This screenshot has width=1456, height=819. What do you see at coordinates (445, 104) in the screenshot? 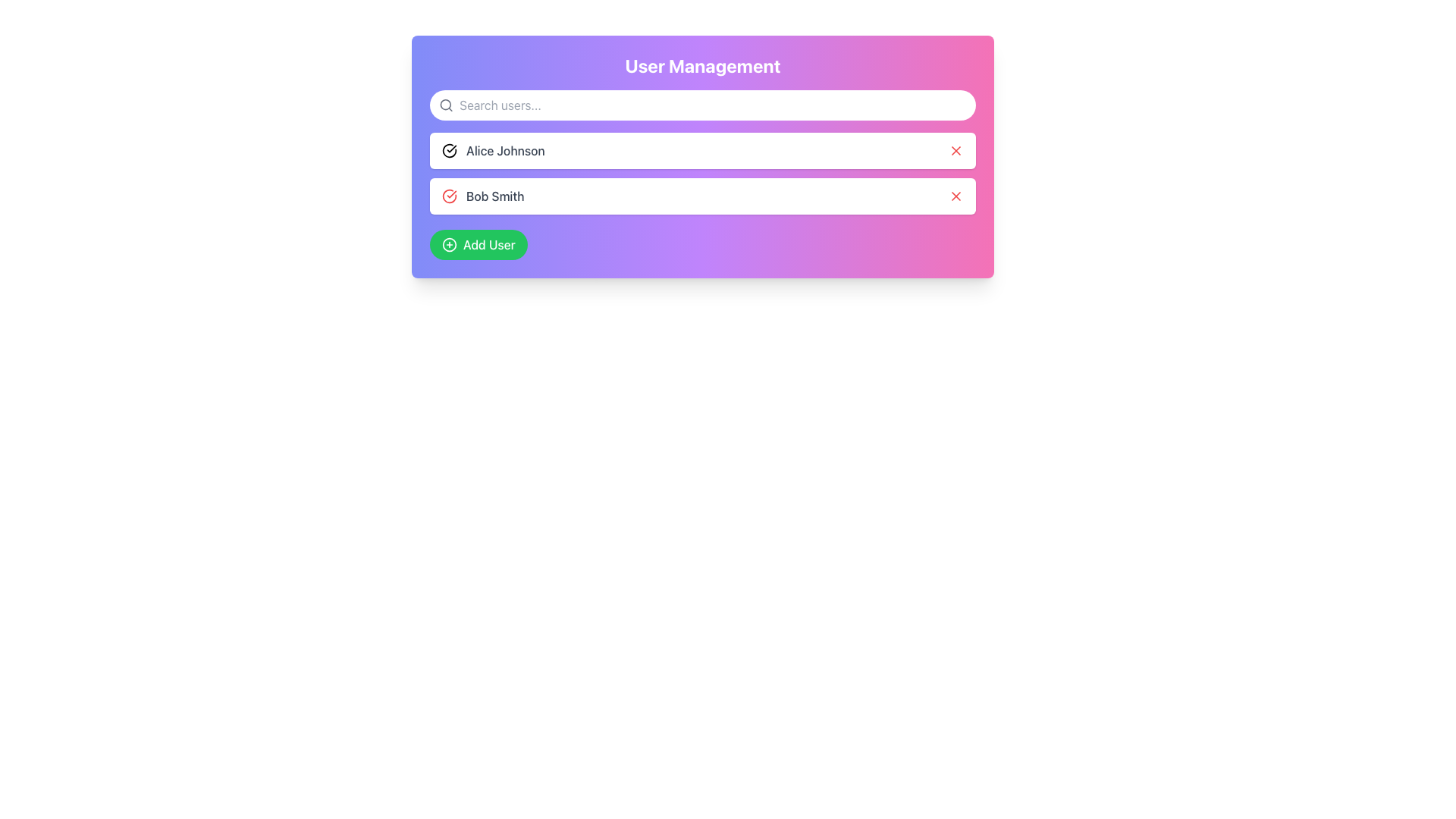
I see `the search icon located at the far left of the search input field` at bounding box center [445, 104].